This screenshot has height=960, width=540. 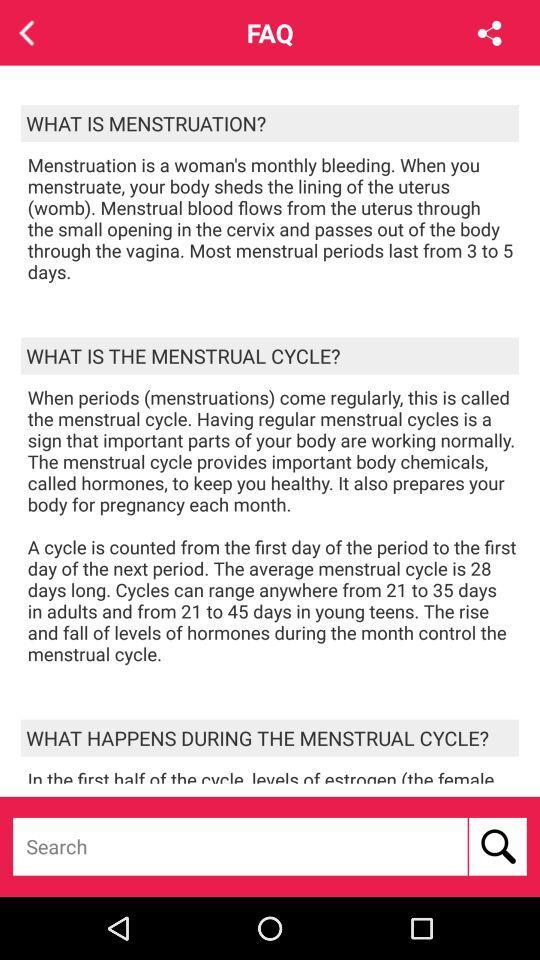 I want to click on the search icon, so click(x=496, y=906).